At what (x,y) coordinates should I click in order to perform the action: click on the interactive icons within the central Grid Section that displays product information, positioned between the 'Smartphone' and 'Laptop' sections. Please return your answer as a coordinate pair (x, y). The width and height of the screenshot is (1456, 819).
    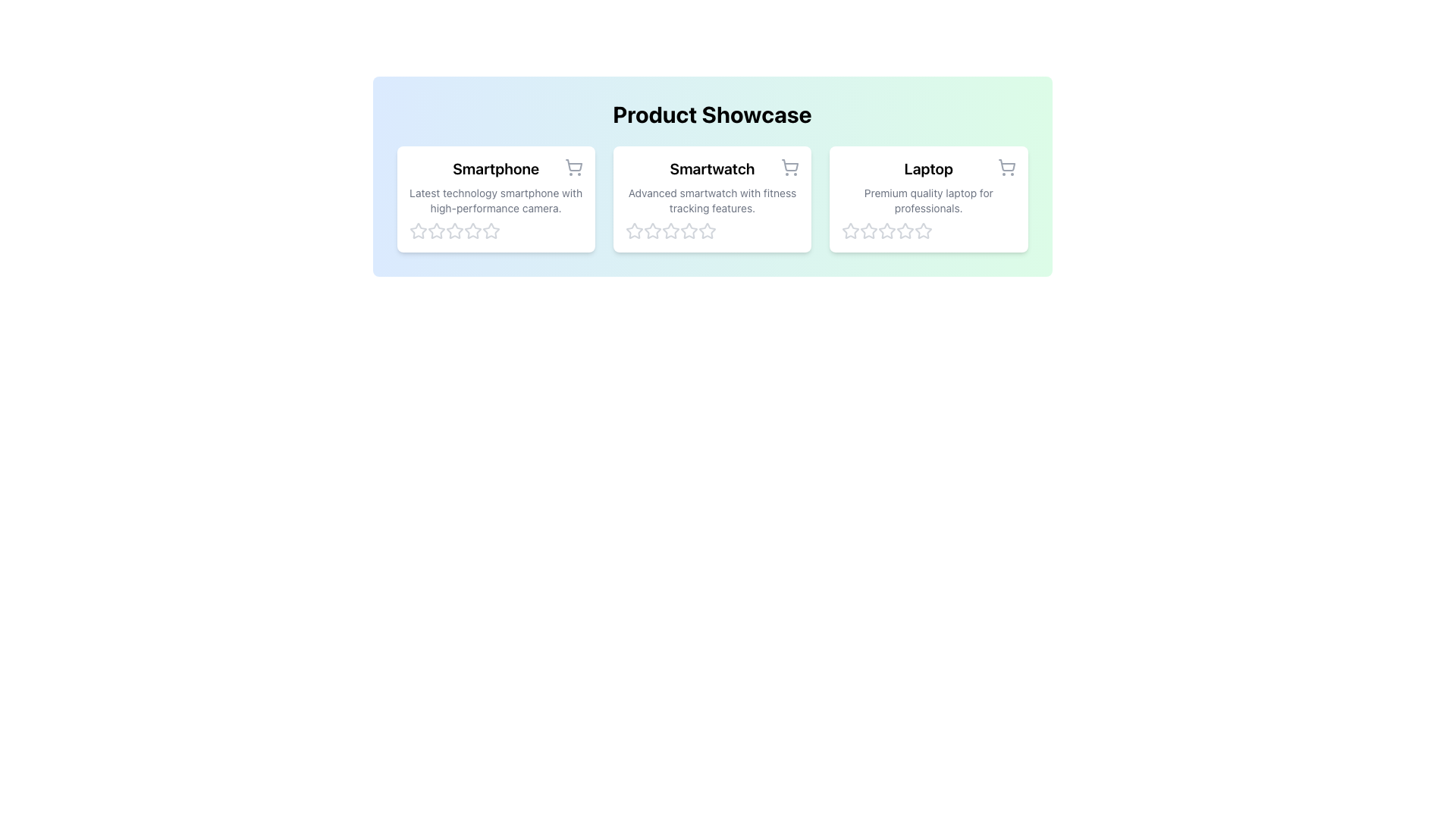
    Looking at the image, I should click on (711, 198).